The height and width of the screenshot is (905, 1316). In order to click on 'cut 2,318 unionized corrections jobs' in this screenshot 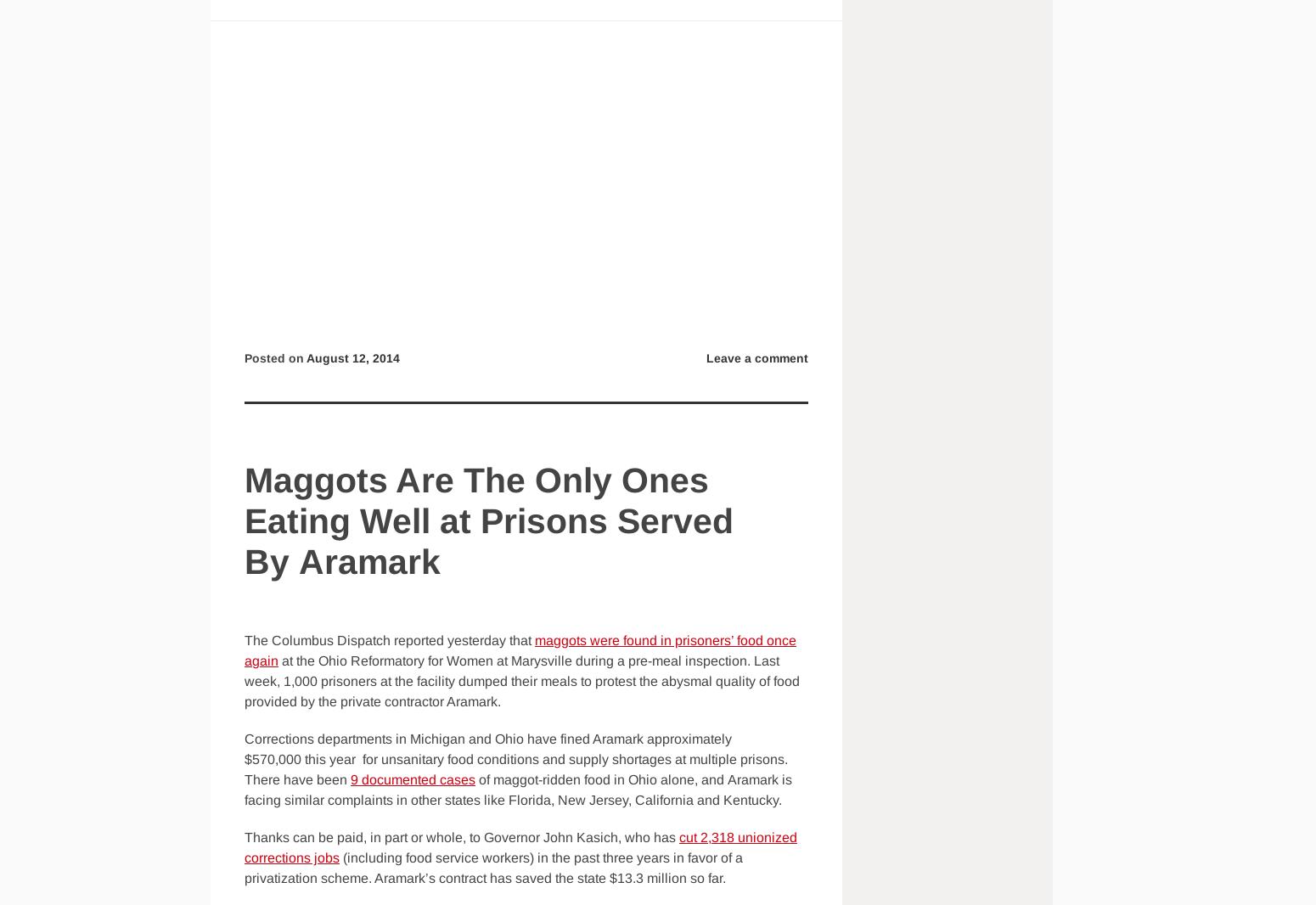, I will do `click(244, 847)`.